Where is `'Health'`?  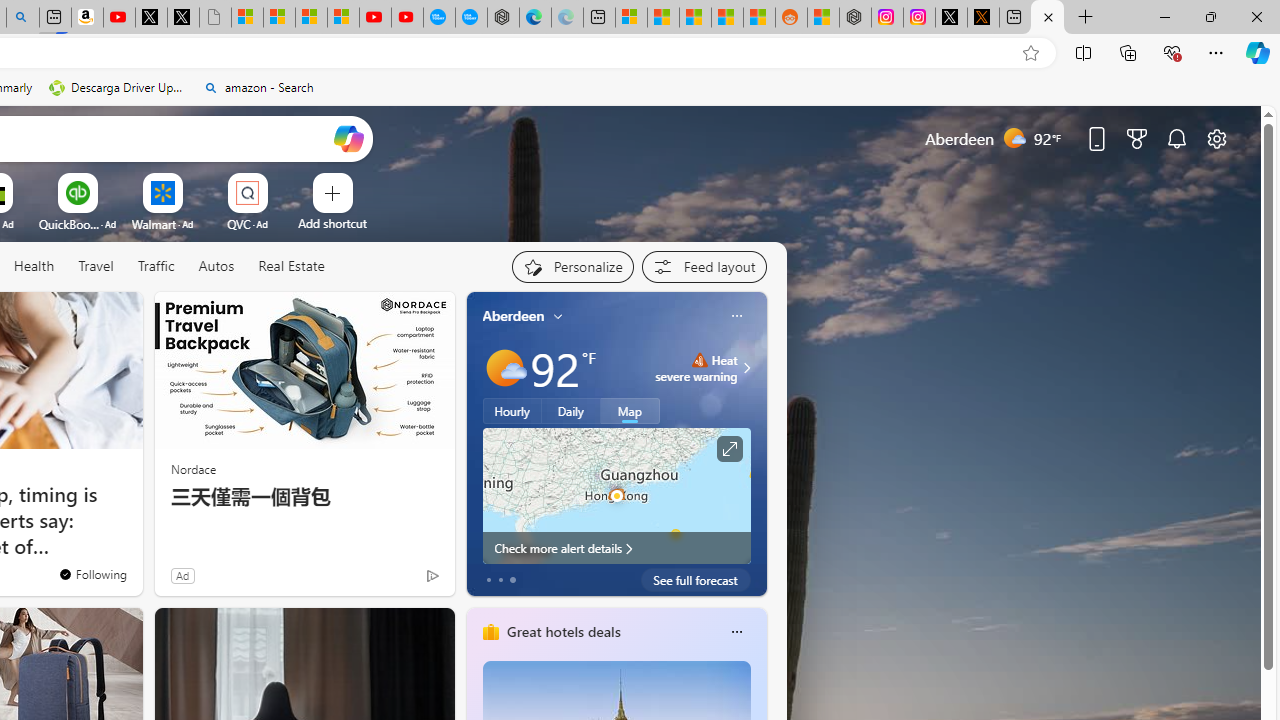 'Health' is located at coordinates (34, 265).